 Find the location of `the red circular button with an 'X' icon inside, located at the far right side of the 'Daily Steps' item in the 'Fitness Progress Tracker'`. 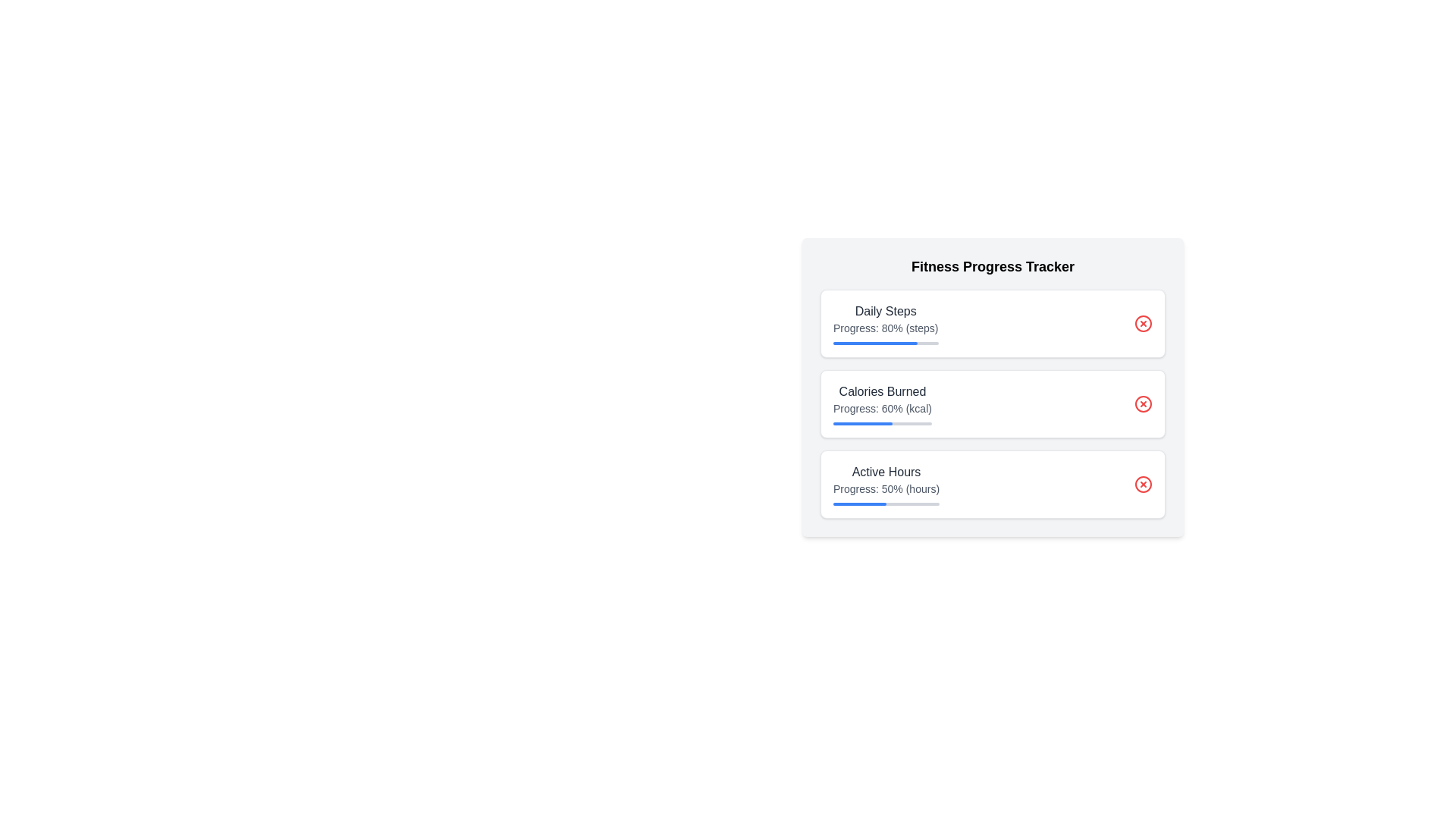

the red circular button with an 'X' icon inside, located at the far right side of the 'Daily Steps' item in the 'Fitness Progress Tracker' is located at coordinates (1143, 323).